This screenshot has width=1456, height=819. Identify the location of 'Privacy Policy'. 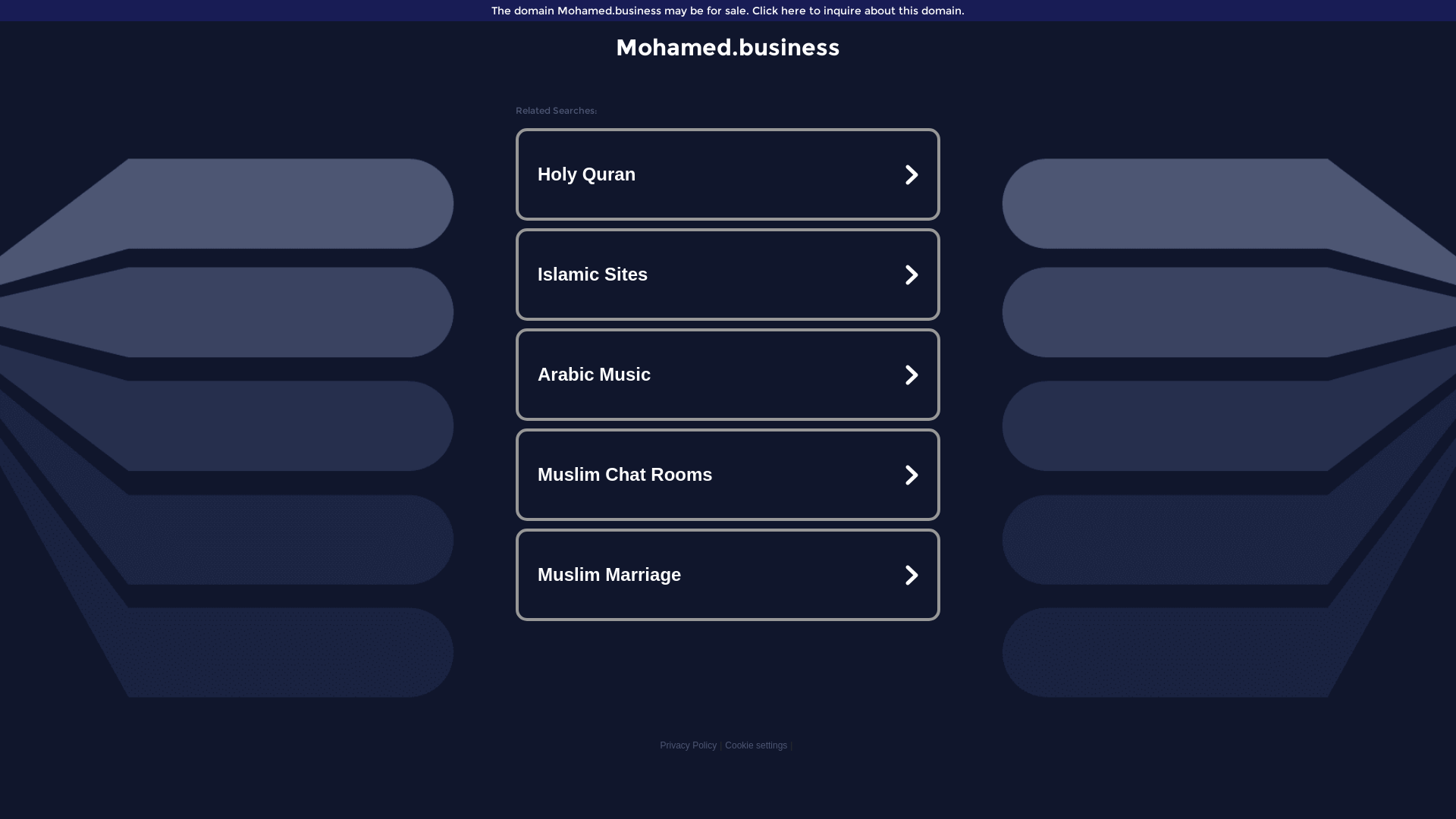
(687, 745).